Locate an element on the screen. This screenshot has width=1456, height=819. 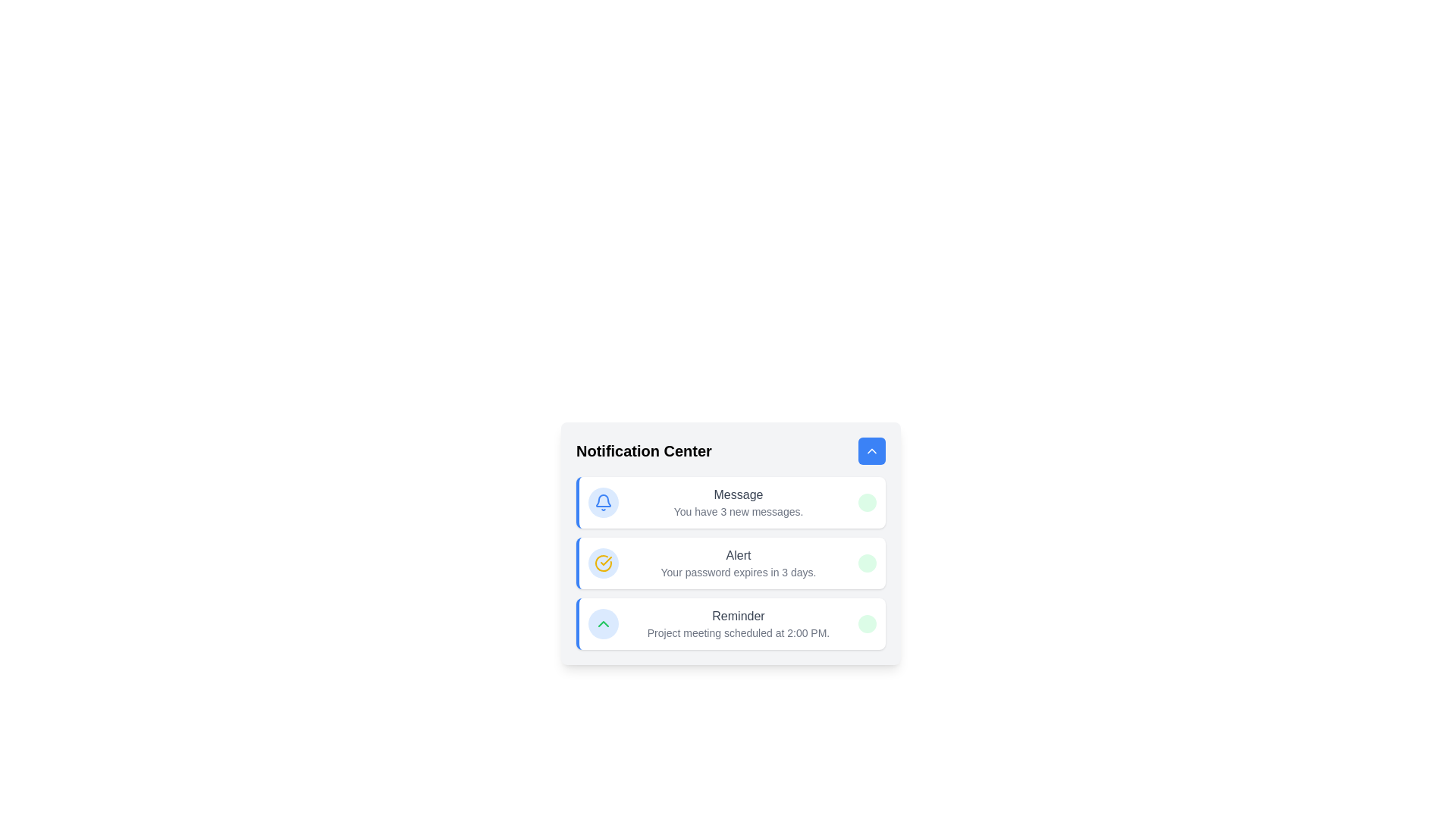
the circular Icon button with a light blue background and a green upward-pointing chevron, located to the left of the 'Reminder' text in the Notification Center is located at coordinates (603, 623).